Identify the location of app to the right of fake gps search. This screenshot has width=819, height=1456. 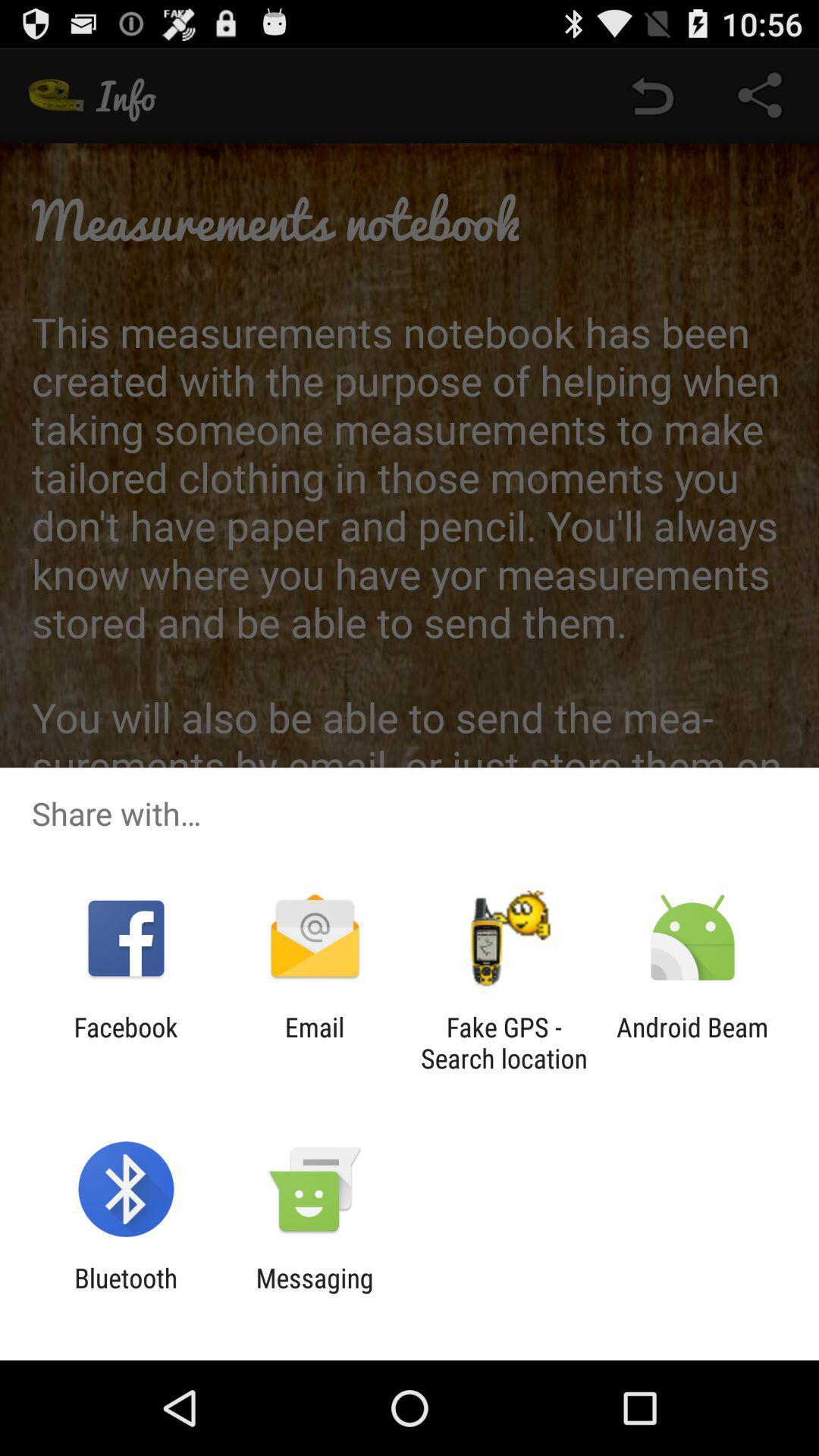
(692, 1042).